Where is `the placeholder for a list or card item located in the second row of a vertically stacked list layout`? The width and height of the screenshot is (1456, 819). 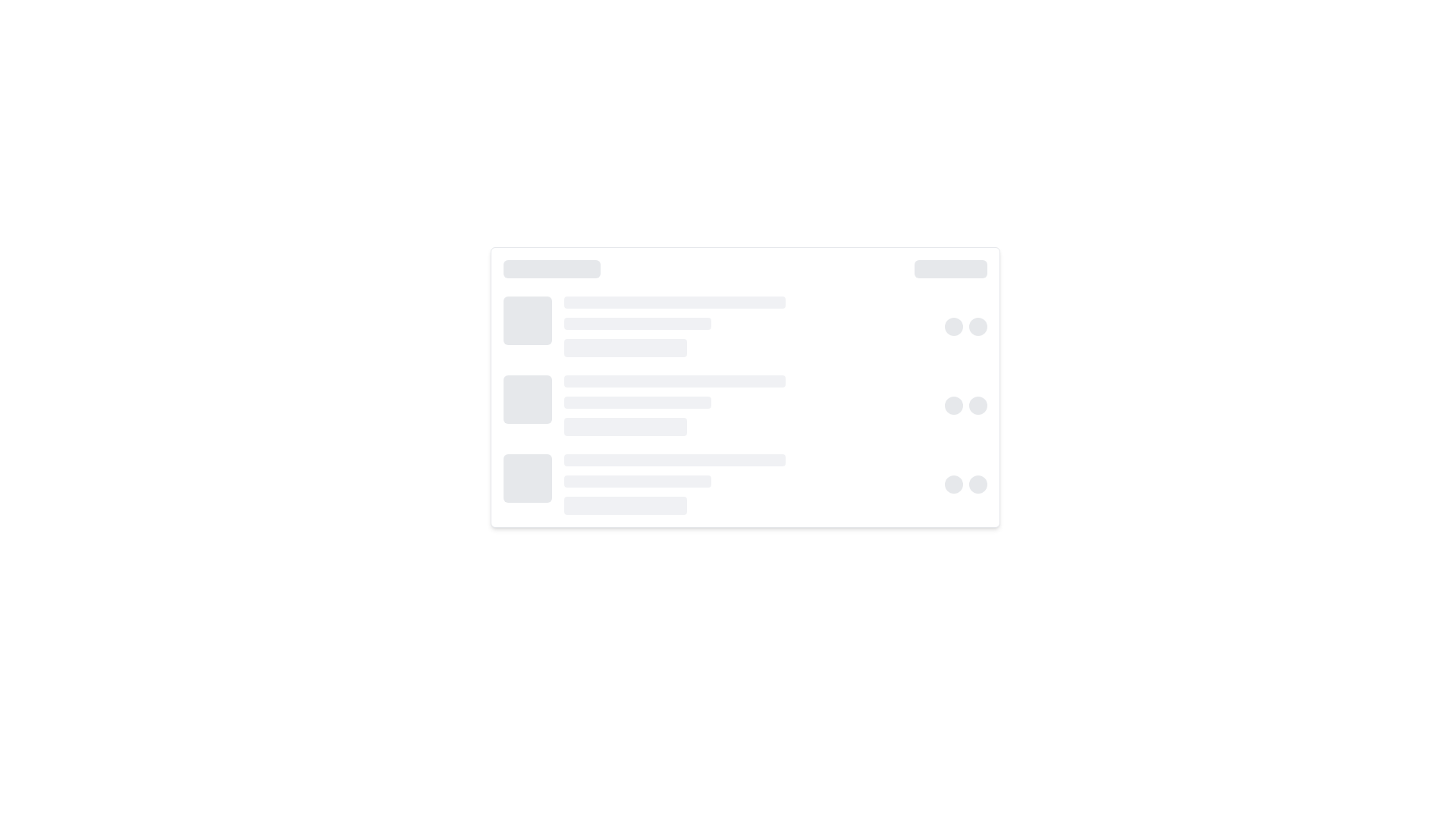
the placeholder for a list or card item located in the second row of a vertically stacked list layout is located at coordinates (745, 326).